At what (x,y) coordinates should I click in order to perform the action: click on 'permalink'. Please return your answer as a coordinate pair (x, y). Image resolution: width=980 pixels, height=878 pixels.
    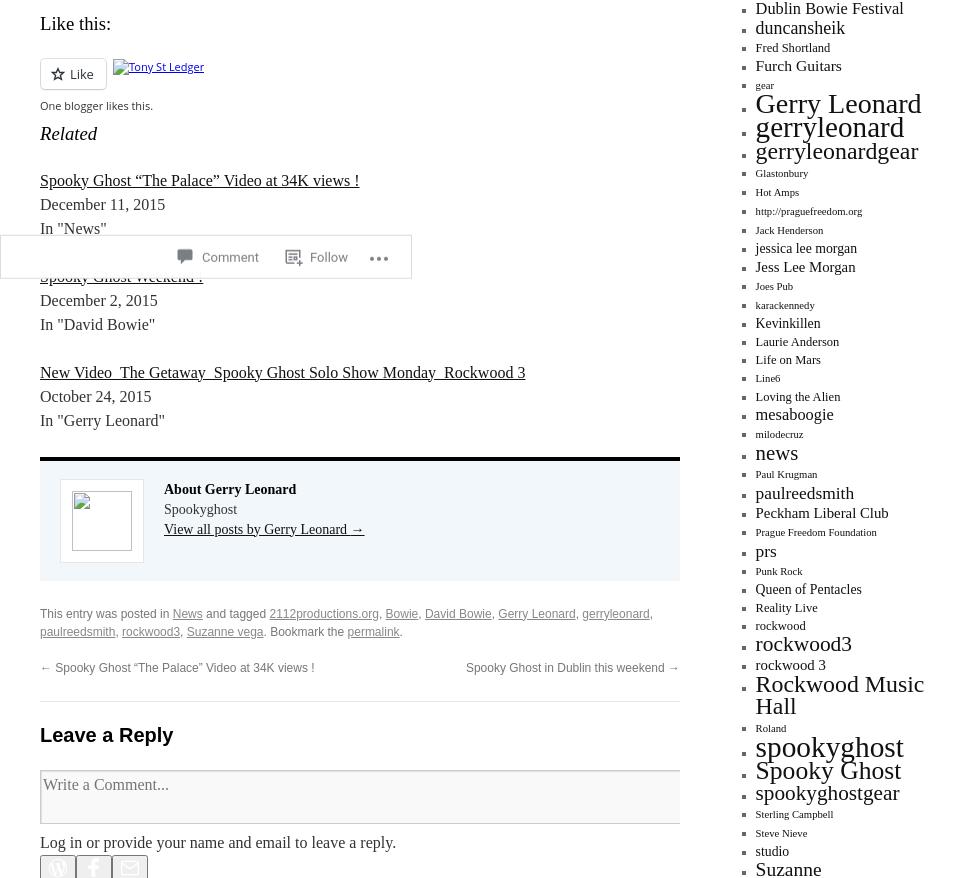
    Looking at the image, I should click on (347, 630).